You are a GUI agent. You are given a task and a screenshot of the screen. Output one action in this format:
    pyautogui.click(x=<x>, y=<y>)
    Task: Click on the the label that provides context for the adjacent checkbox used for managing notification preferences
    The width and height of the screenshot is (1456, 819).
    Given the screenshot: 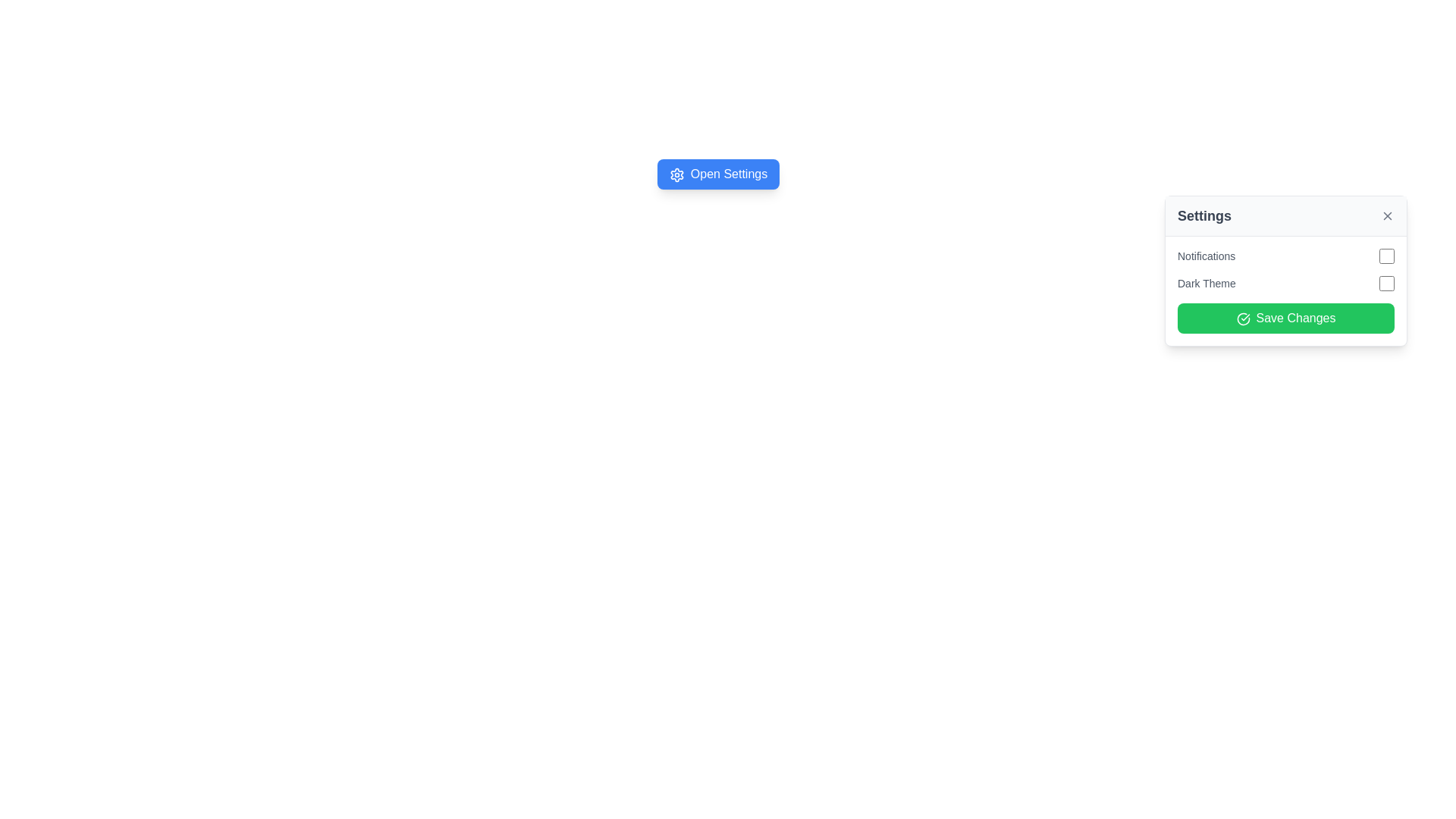 What is the action you would take?
    pyautogui.click(x=1206, y=256)
    